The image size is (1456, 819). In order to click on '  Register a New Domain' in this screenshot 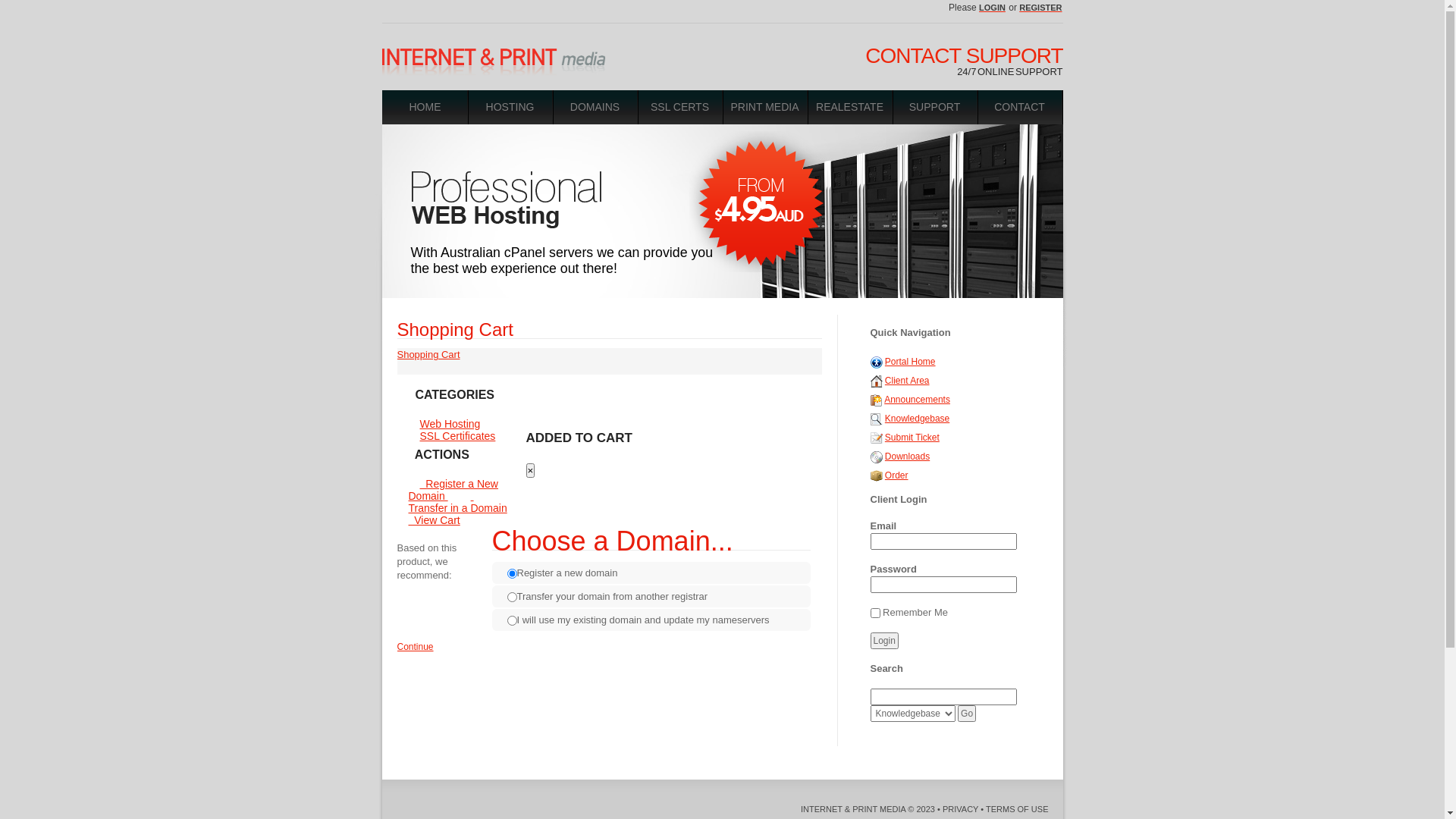, I will do `click(451, 489)`.